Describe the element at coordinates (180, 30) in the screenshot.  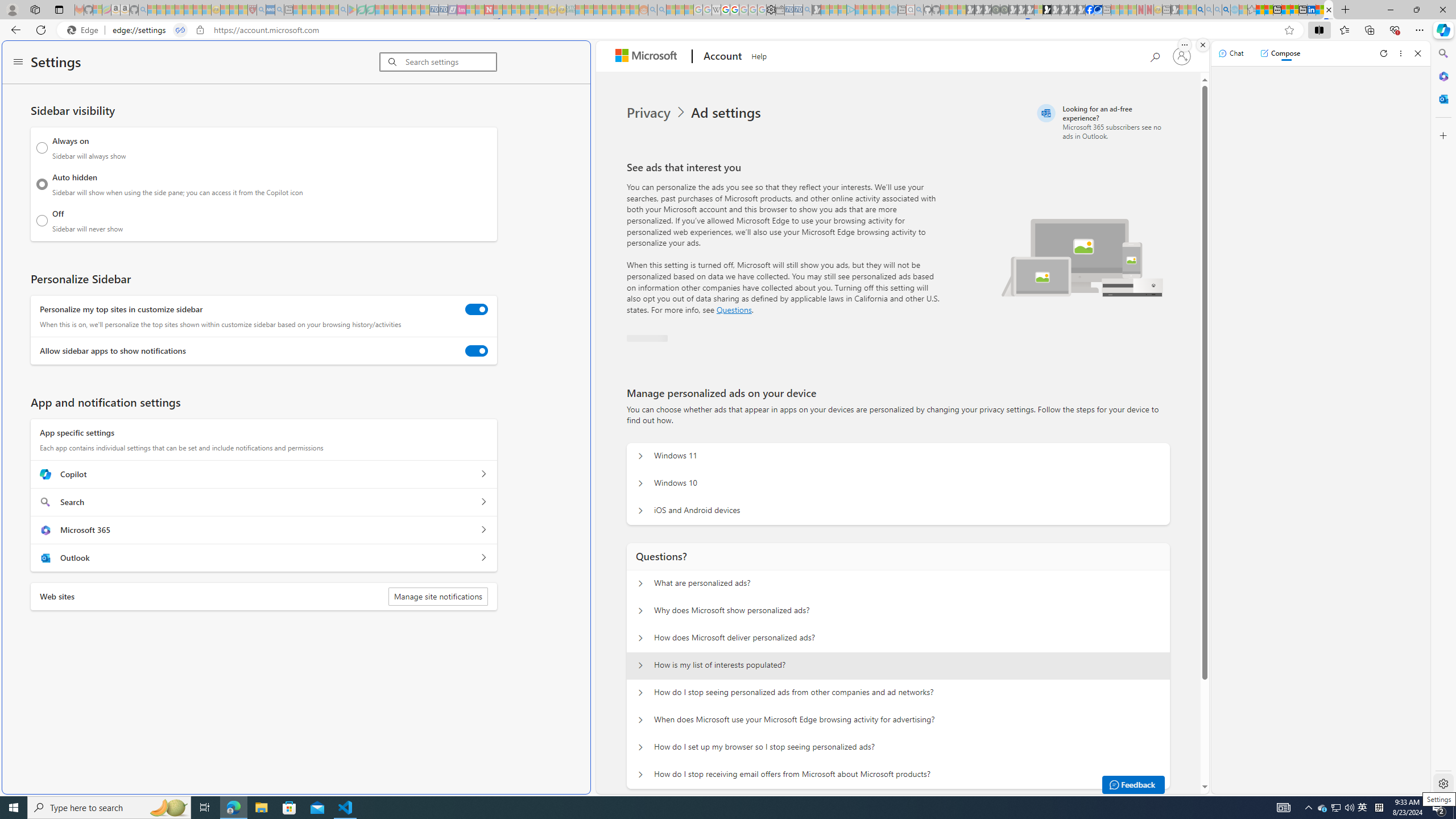
I see `'Tabs in split screen'` at that location.